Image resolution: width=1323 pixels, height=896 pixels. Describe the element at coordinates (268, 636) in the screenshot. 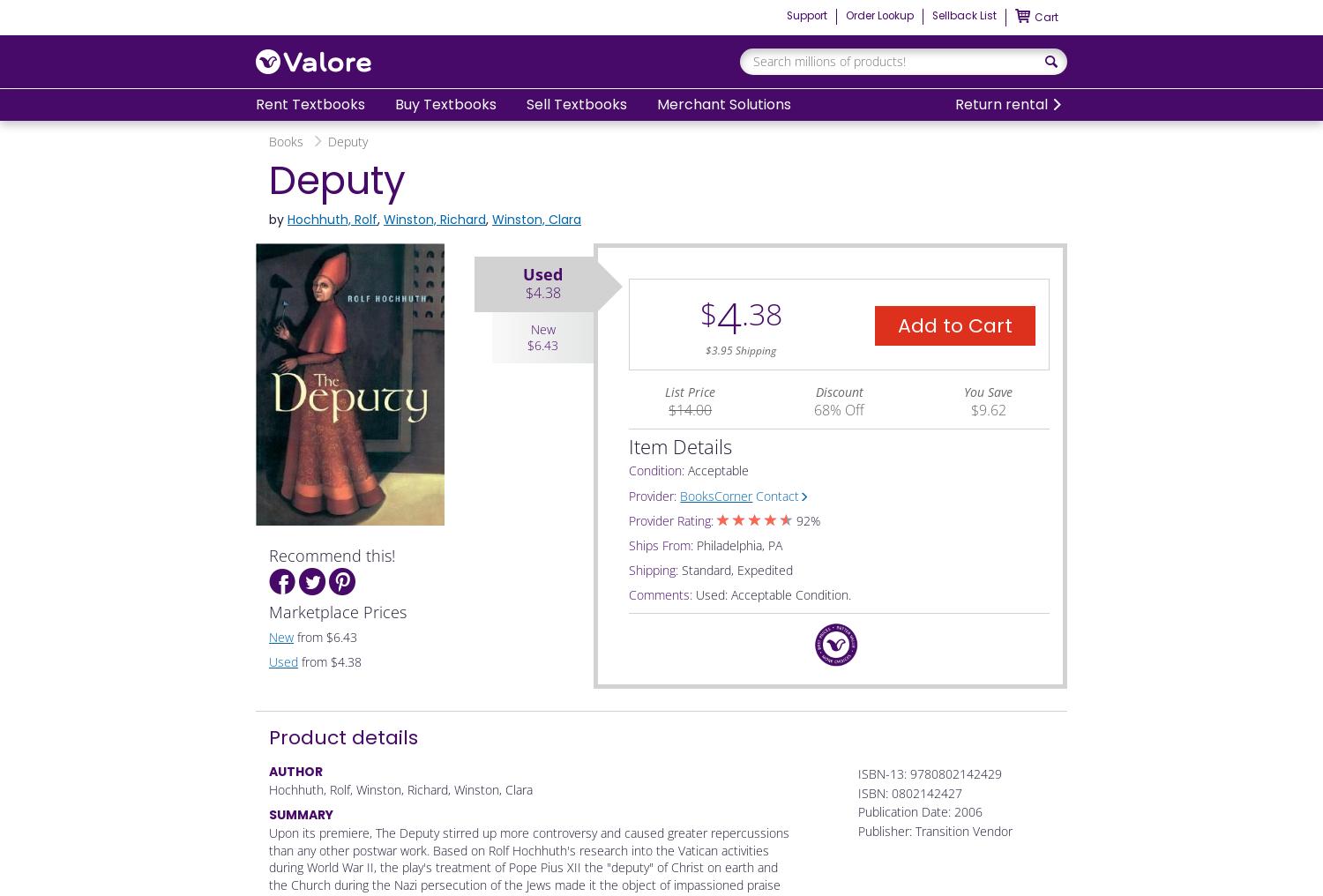

I see `'New'` at that location.